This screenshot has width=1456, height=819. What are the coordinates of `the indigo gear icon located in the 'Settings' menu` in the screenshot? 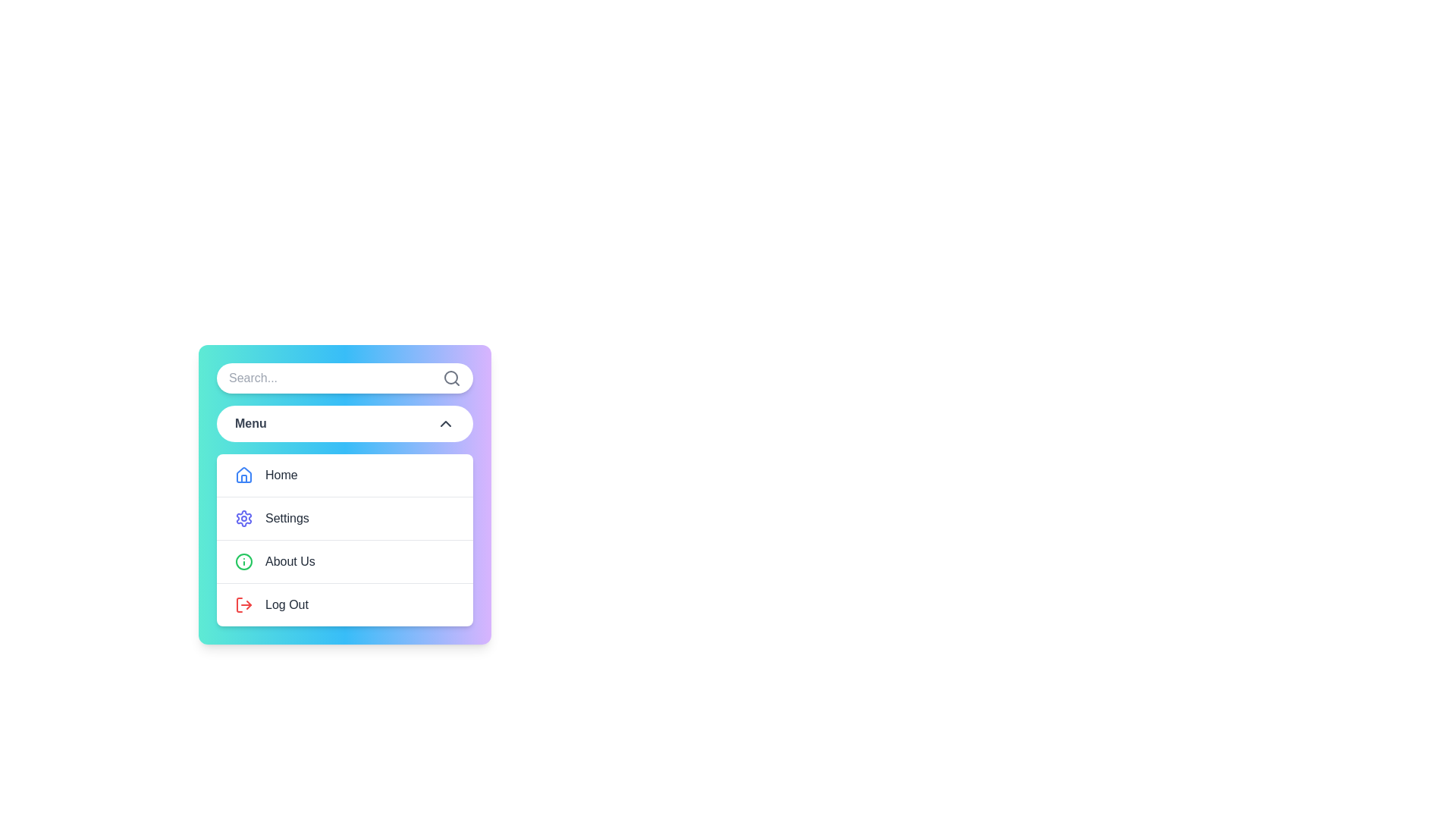 It's located at (243, 517).